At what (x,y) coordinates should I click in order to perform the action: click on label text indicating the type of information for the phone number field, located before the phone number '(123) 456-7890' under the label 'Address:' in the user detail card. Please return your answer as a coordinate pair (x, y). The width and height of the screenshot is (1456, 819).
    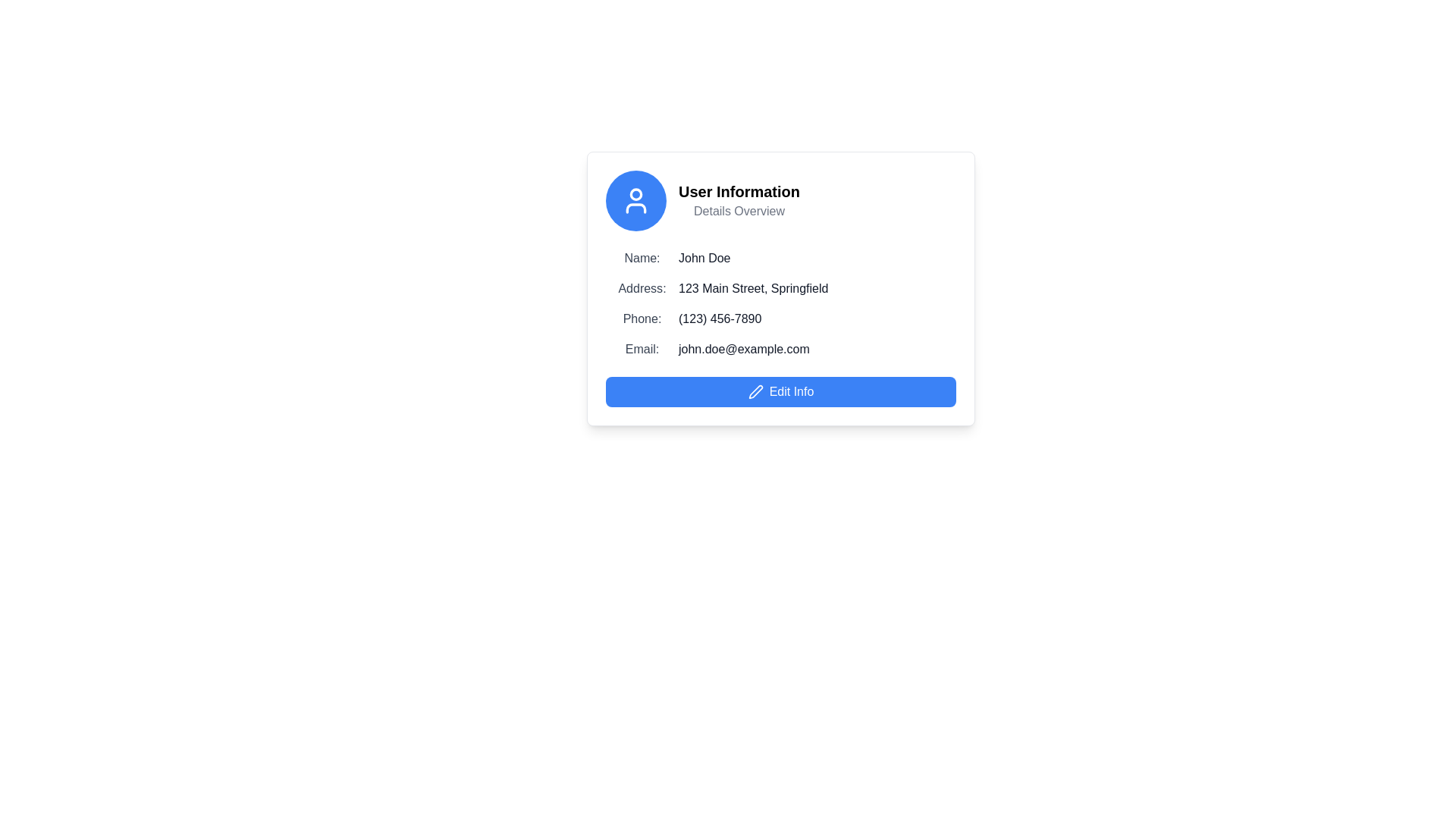
    Looking at the image, I should click on (642, 318).